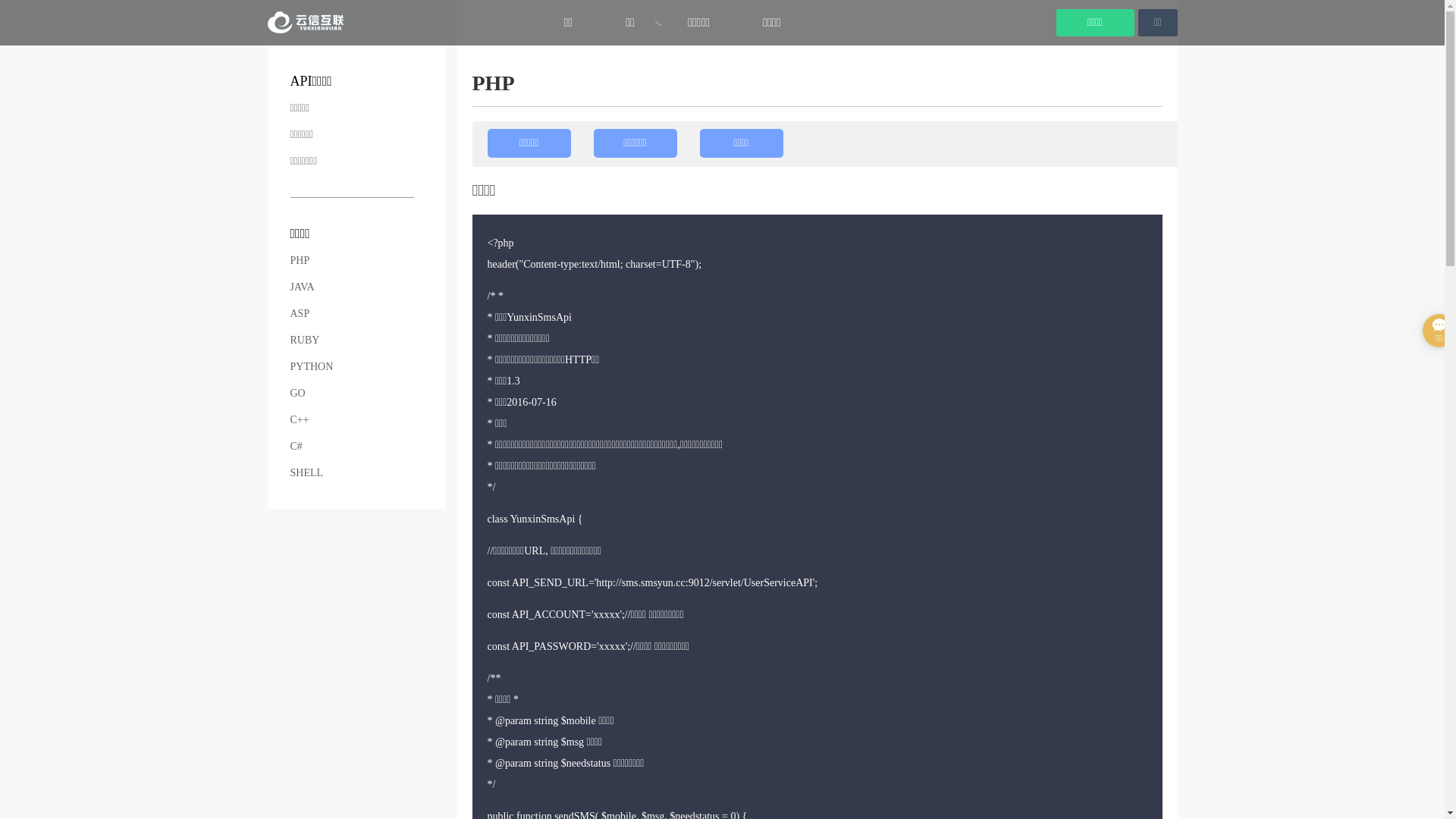 This screenshot has width=1456, height=819. I want to click on 'C#', so click(295, 445).